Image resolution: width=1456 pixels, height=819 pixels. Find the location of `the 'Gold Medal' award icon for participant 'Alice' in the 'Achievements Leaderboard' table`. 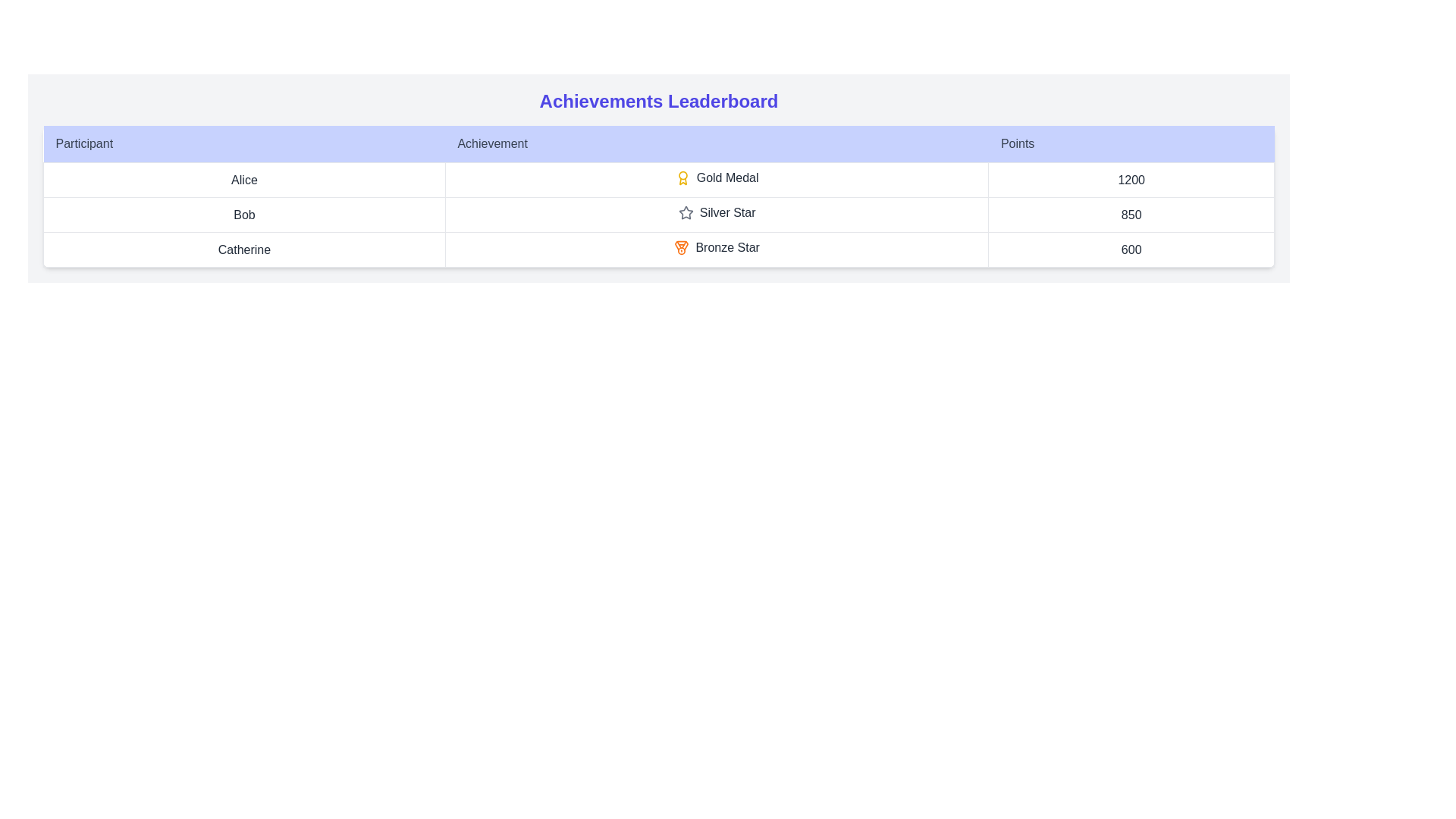

the 'Gold Medal' award icon for participant 'Alice' in the 'Achievements Leaderboard' table is located at coordinates (682, 177).